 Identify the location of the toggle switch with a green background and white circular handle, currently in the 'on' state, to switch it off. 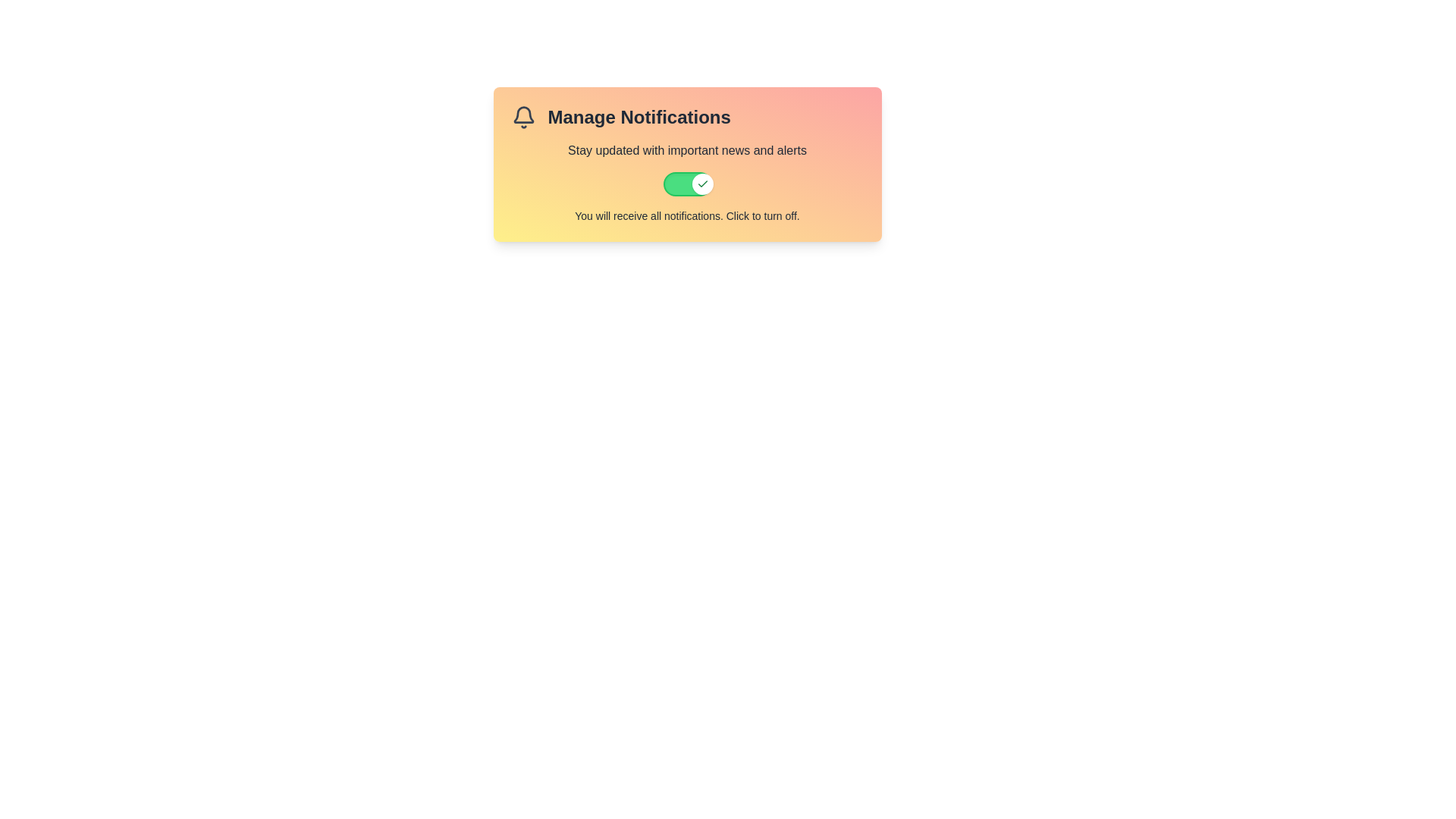
(686, 184).